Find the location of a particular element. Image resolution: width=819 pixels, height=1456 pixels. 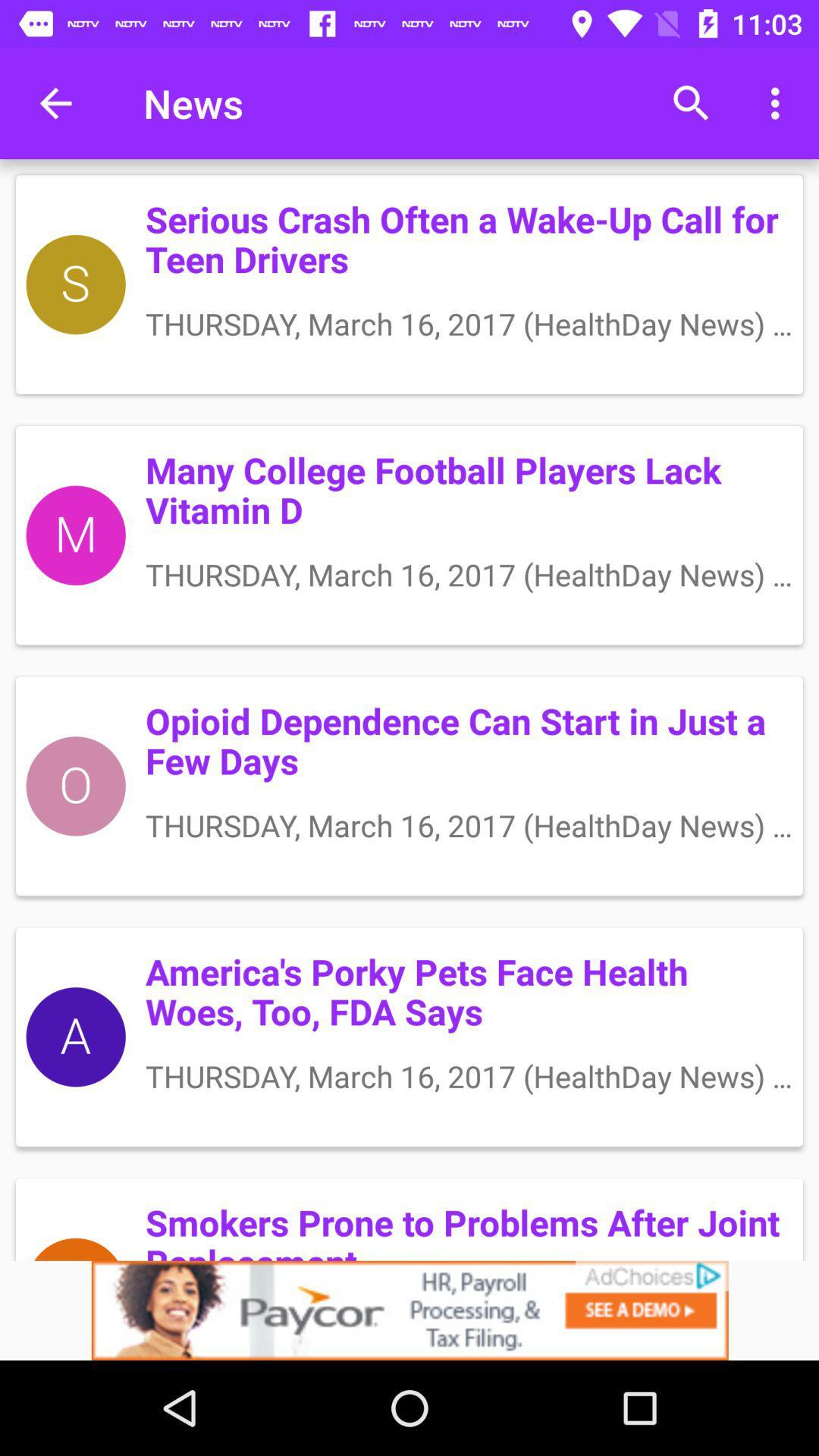

click discriiption is located at coordinates (409, 1310).